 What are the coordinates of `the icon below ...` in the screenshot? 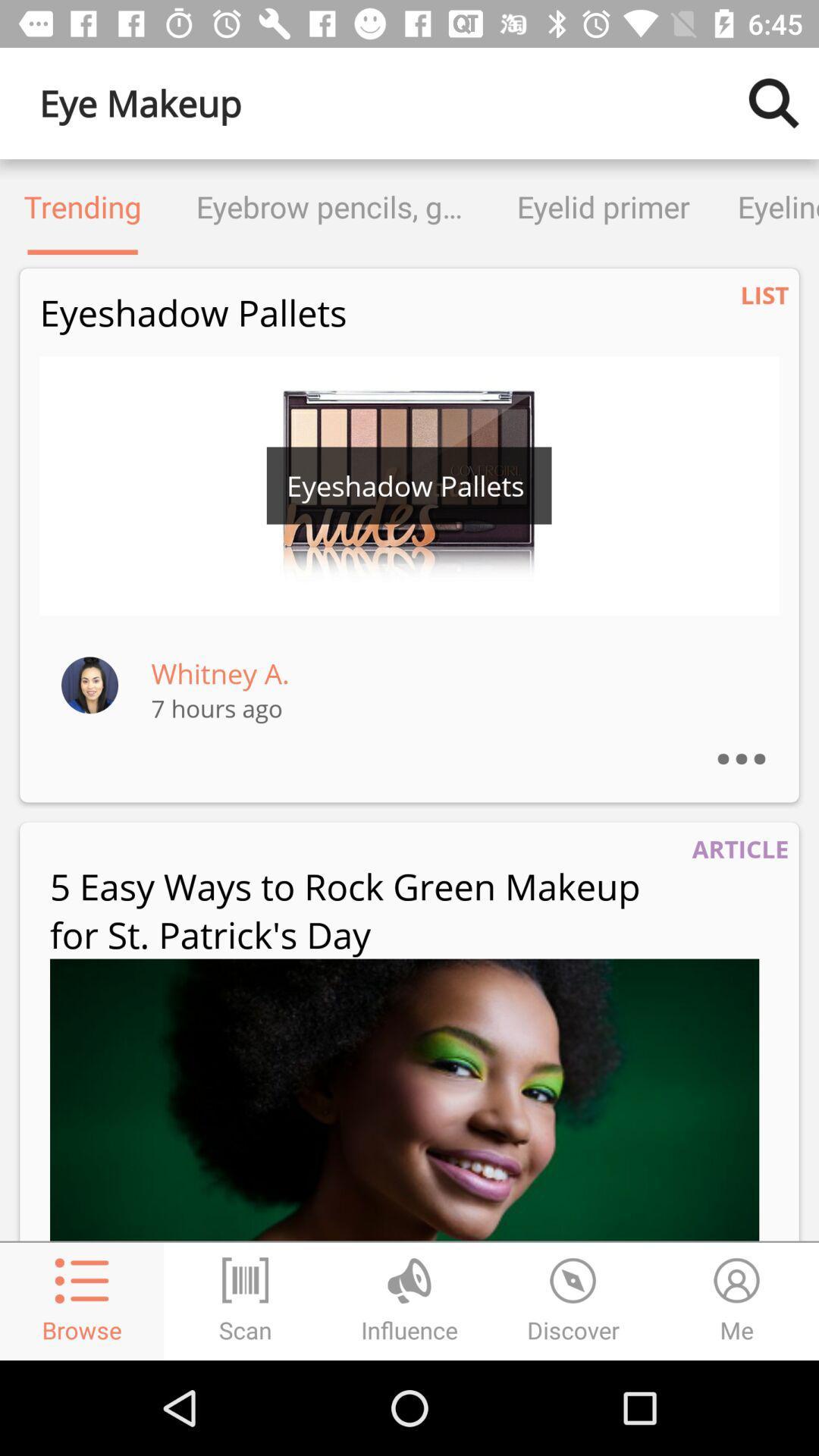 It's located at (739, 848).